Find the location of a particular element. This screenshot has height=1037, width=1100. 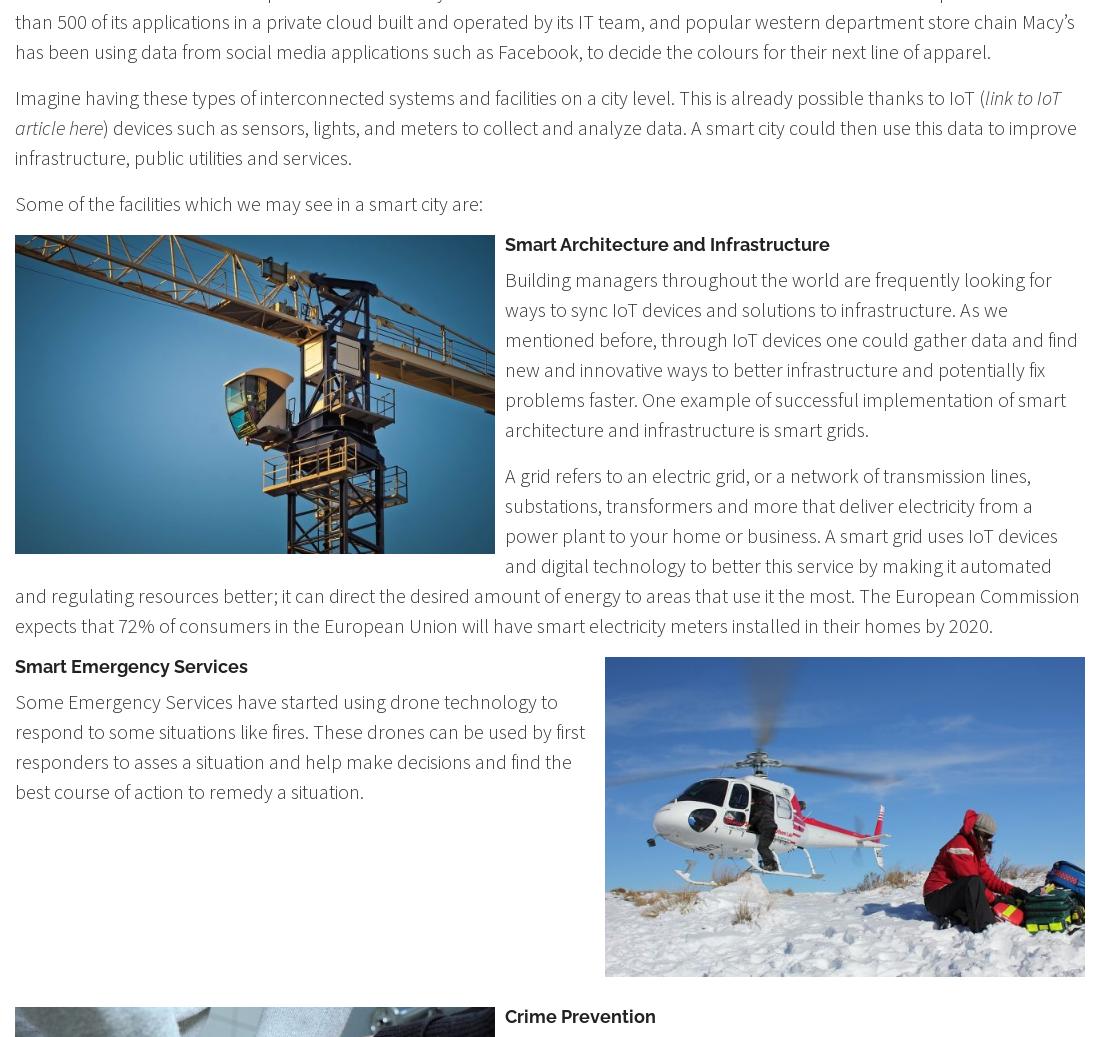

'Building managers throughout the world are frequently looking for ways to sync IoT devices and solutions to infrastructure. As we mentioned before, through IoT devices one could gather data and find new and innovative ways to better infrastructure and potentially fix problems faster. One example of successful implementation of smart architecture and infrastructure is smart grids.' is located at coordinates (791, 352).